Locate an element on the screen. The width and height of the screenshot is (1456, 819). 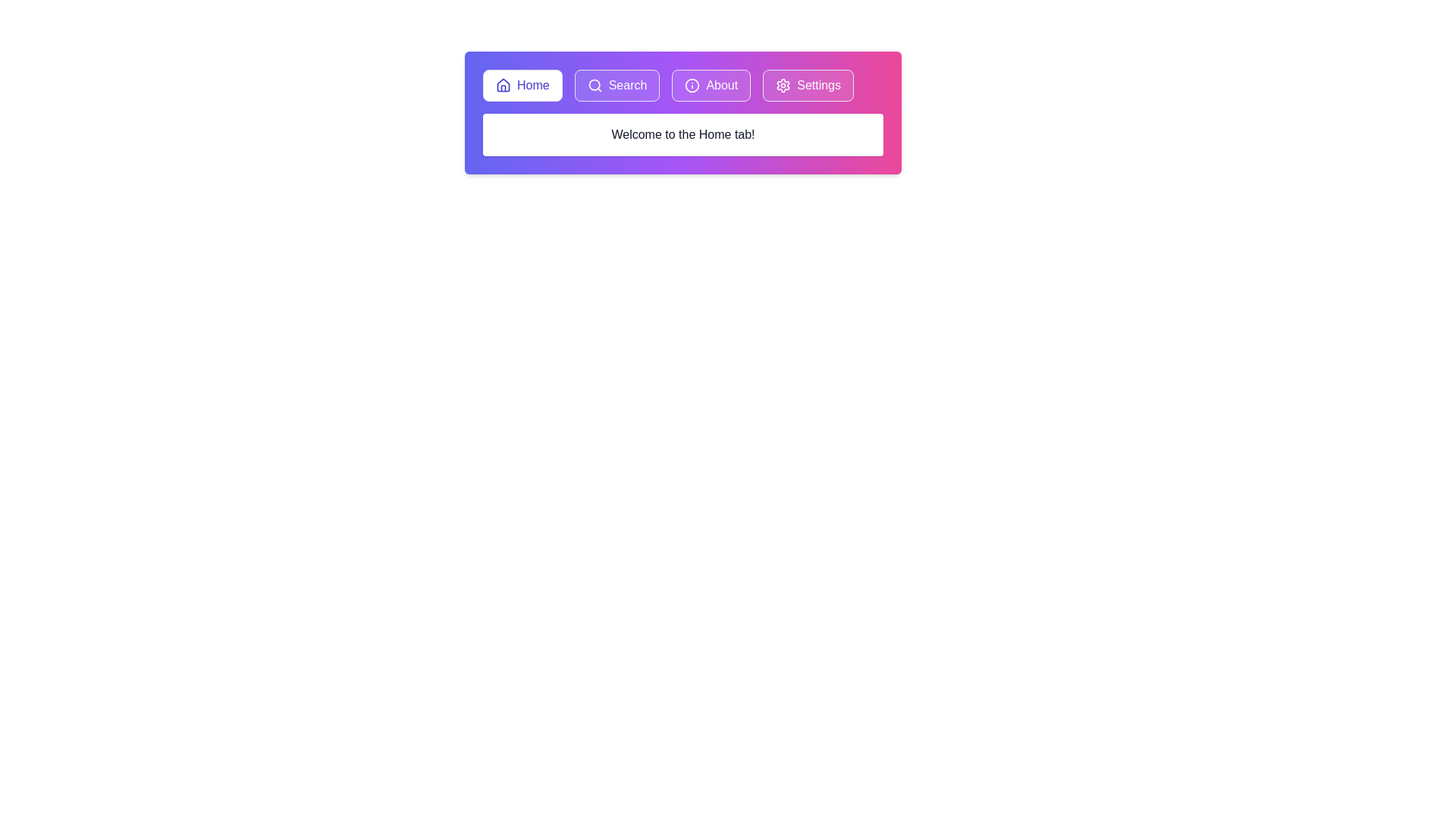
the tab labeled Settings to activate it is located at coordinates (808, 85).